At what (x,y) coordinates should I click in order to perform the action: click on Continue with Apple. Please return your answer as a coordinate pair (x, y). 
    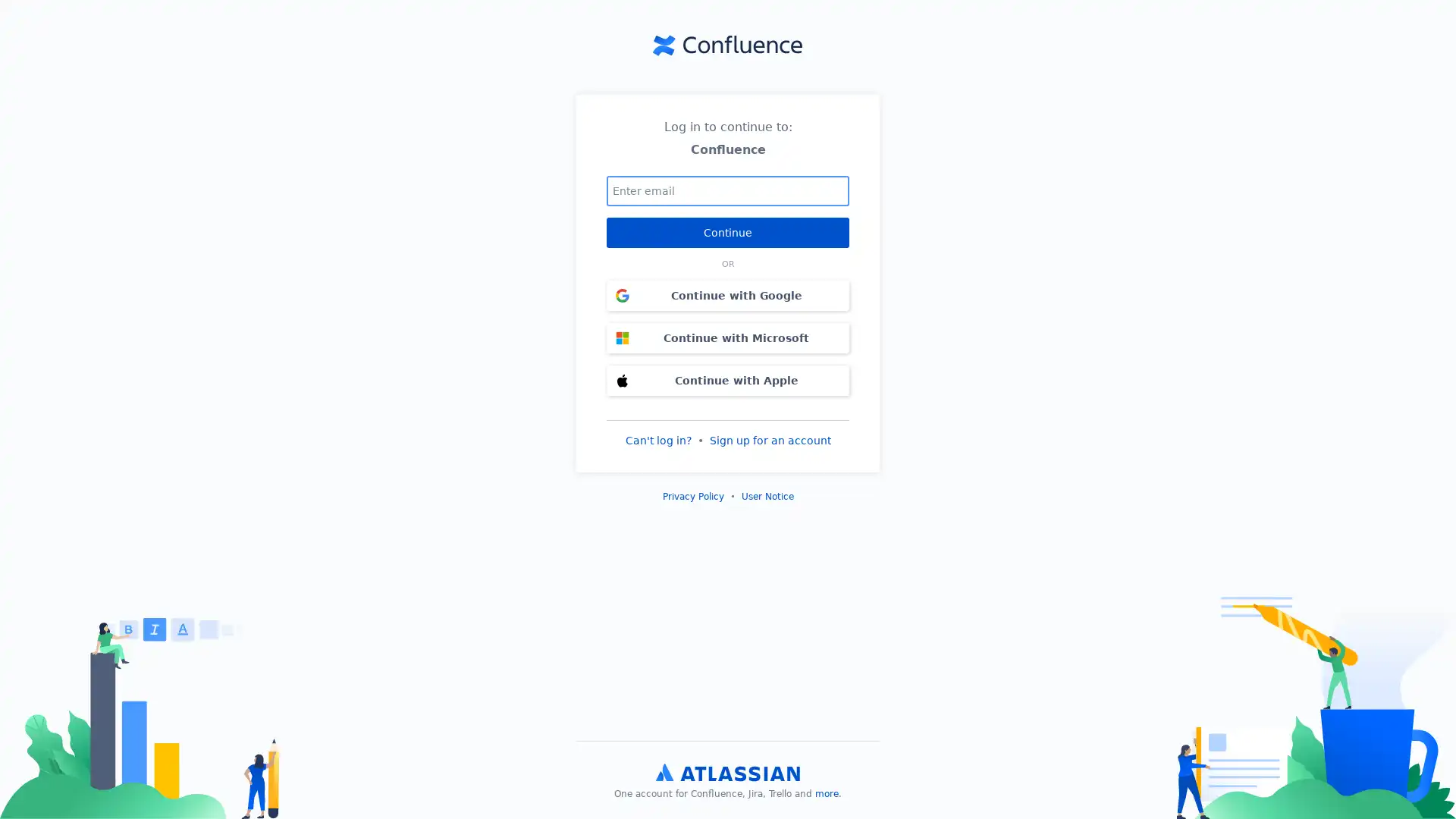
    Looking at the image, I should click on (728, 379).